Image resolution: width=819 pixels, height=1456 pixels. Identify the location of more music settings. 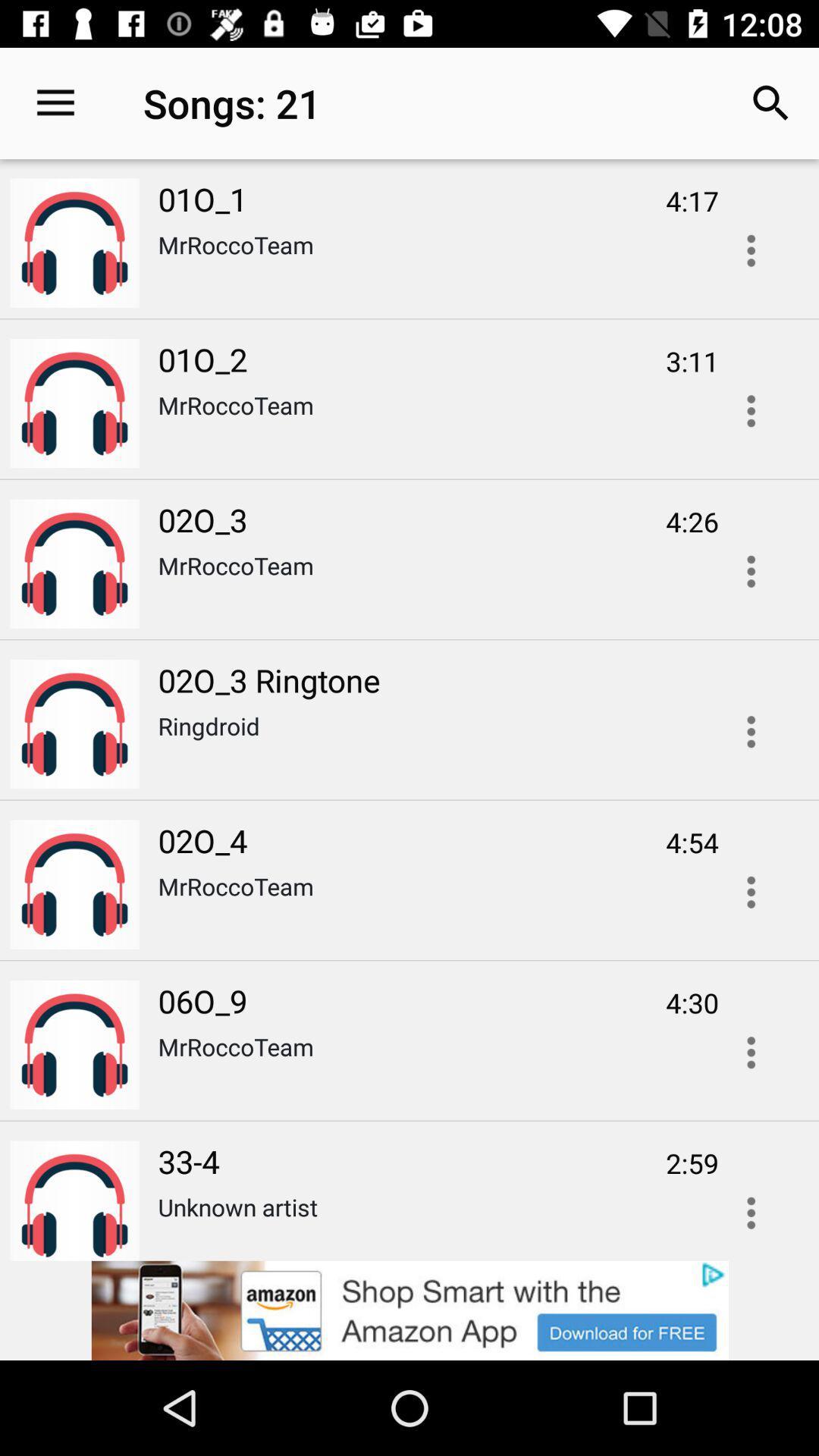
(751, 892).